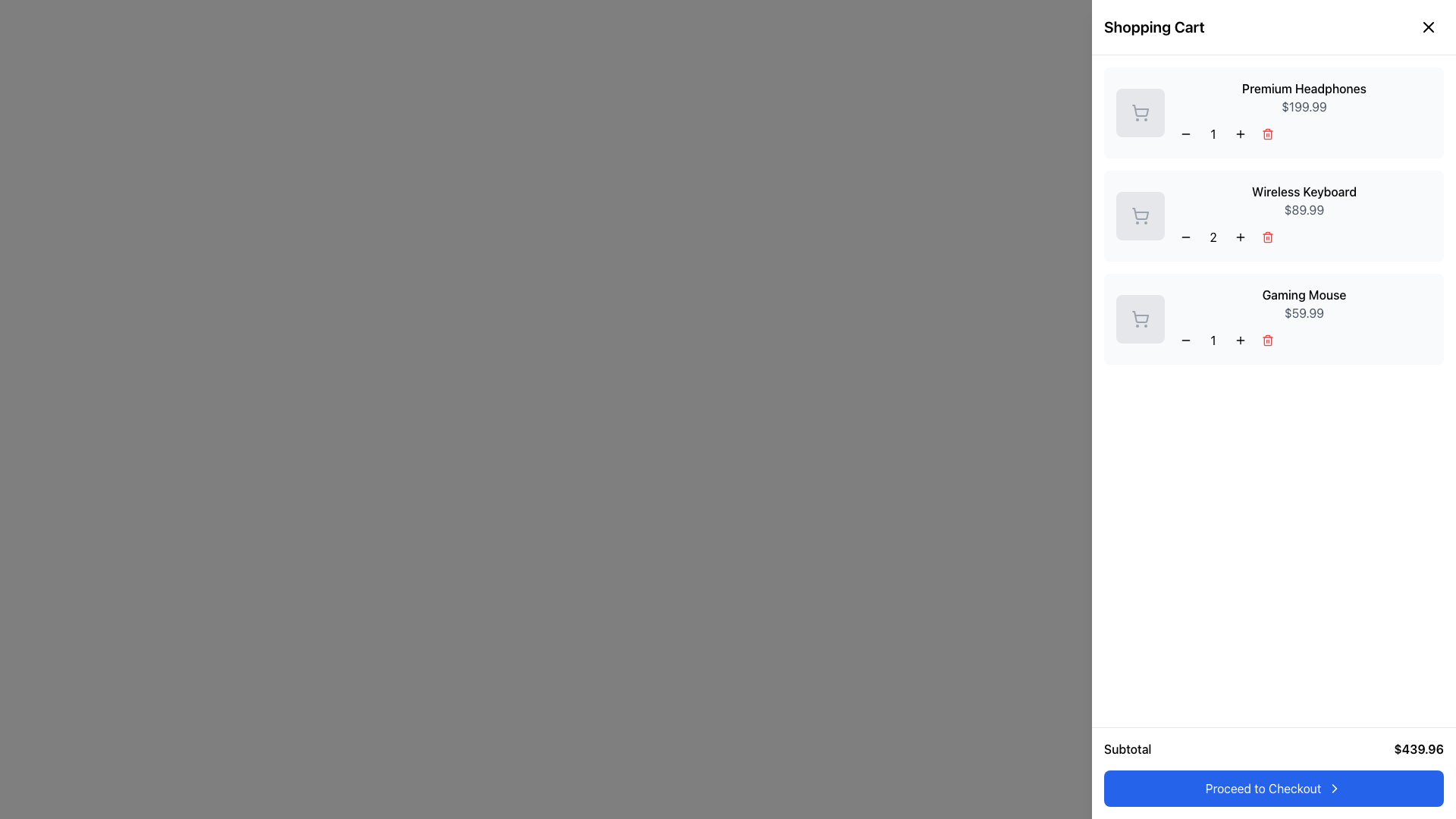  Describe the element at coordinates (1335, 788) in the screenshot. I see `properties of the chevron-shaped icon with a rightward pointing arrow, which is located at the rightmost end of the 'Proceed to Checkout' button` at that location.